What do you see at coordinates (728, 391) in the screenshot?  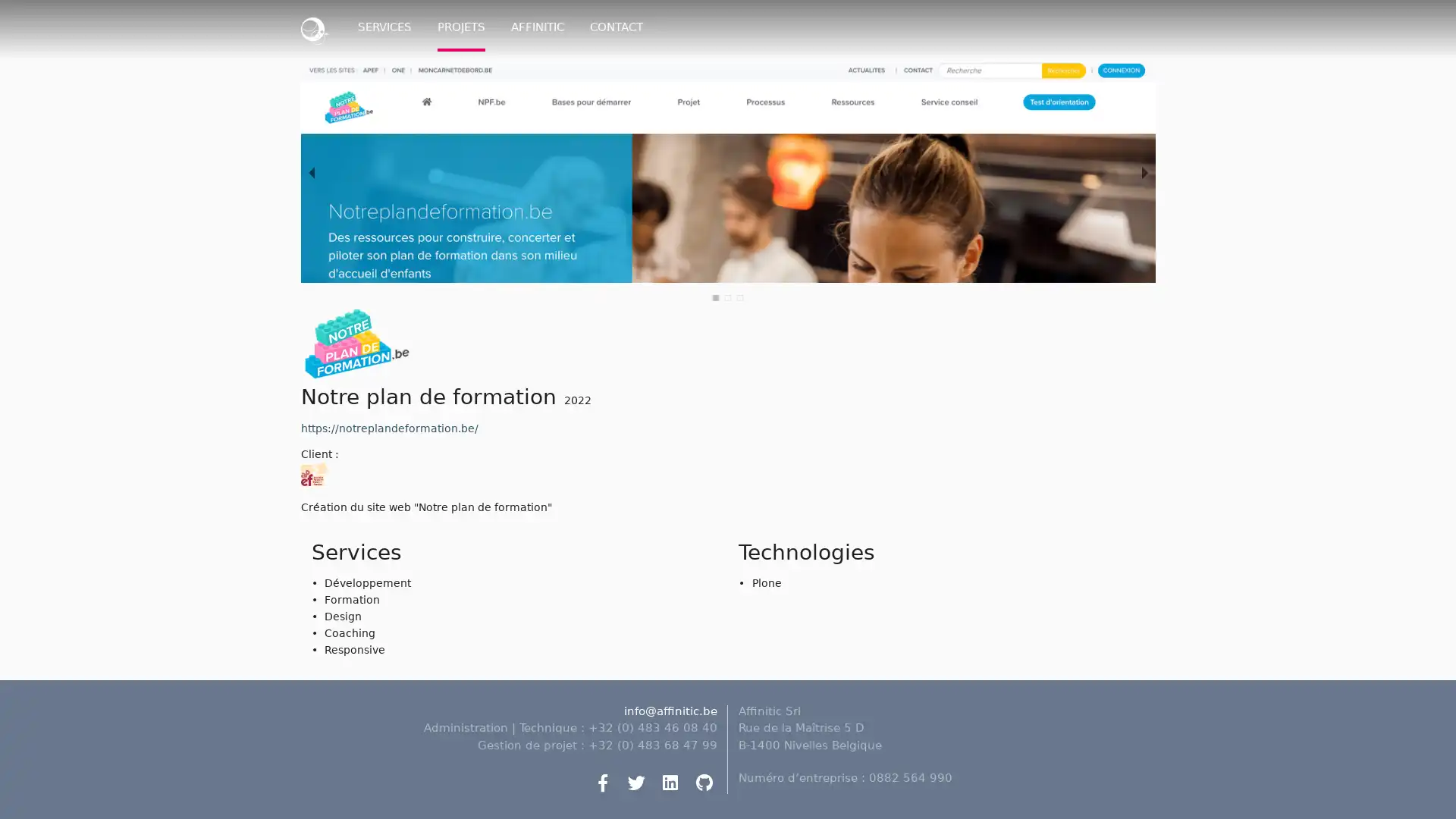 I see `slide item 2` at bounding box center [728, 391].